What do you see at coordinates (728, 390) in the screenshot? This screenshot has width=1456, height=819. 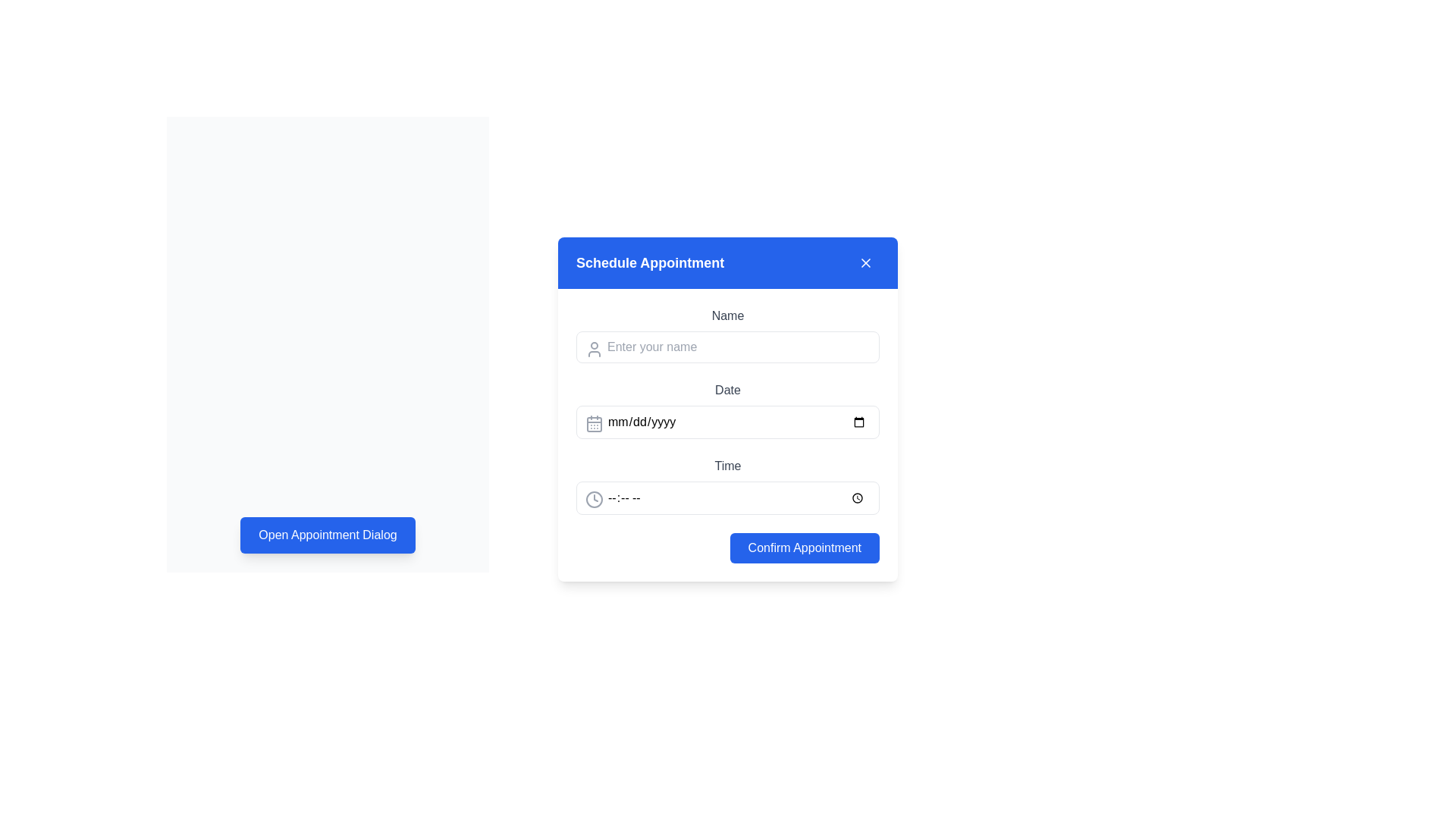 I see `'Date' label, which is a medium-weight gray text label (#707070) located above the date input field in the 'Schedule Appointment' modal dialog` at bounding box center [728, 390].